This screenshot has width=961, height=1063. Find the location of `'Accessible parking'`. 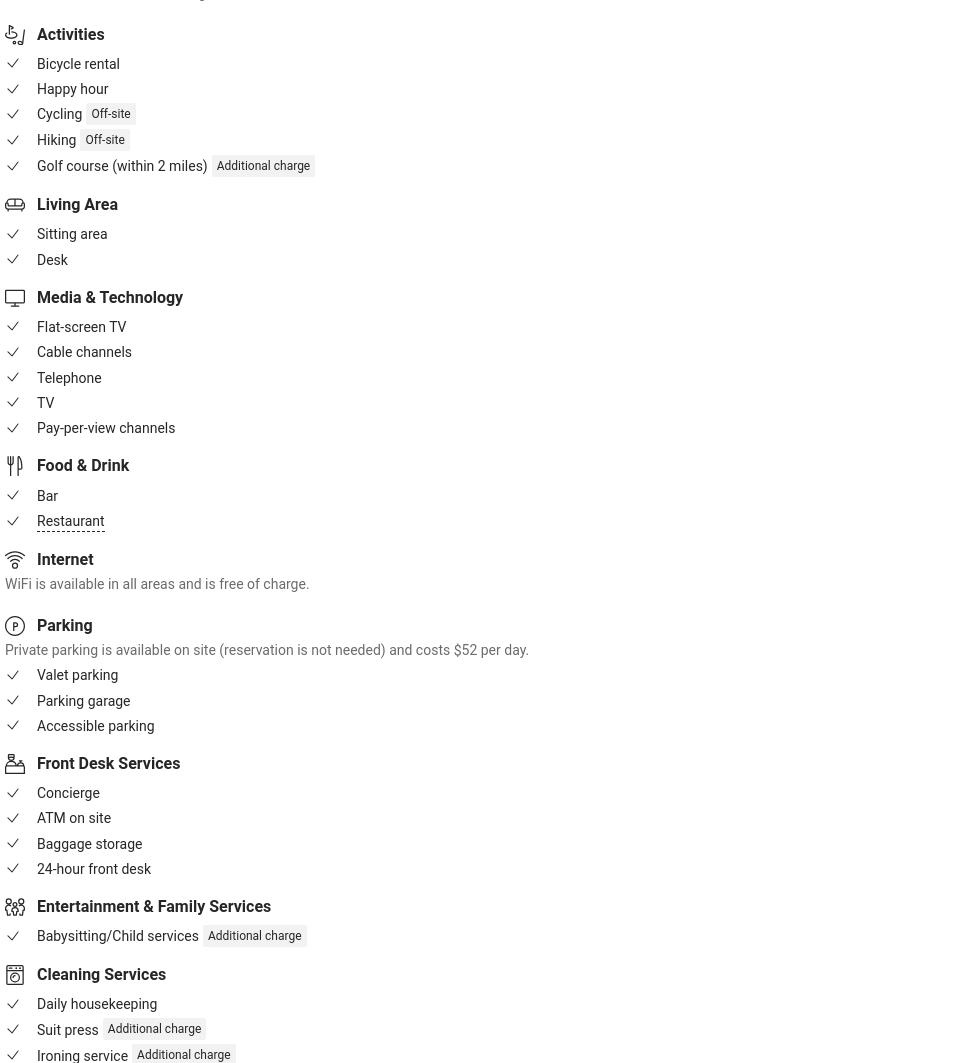

'Accessible parking' is located at coordinates (95, 723).